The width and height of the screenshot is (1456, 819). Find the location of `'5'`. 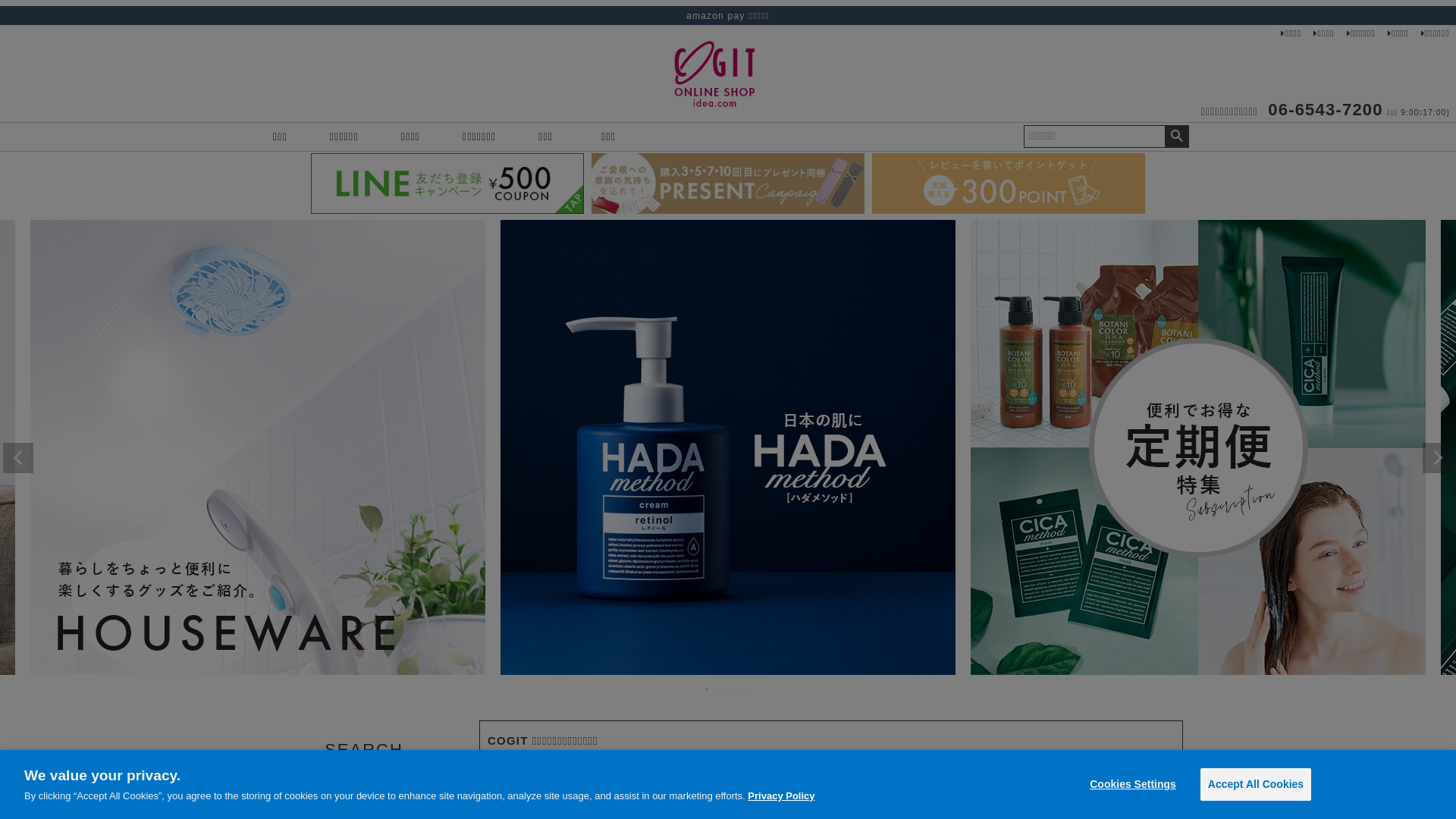

'5' is located at coordinates (749, 688).